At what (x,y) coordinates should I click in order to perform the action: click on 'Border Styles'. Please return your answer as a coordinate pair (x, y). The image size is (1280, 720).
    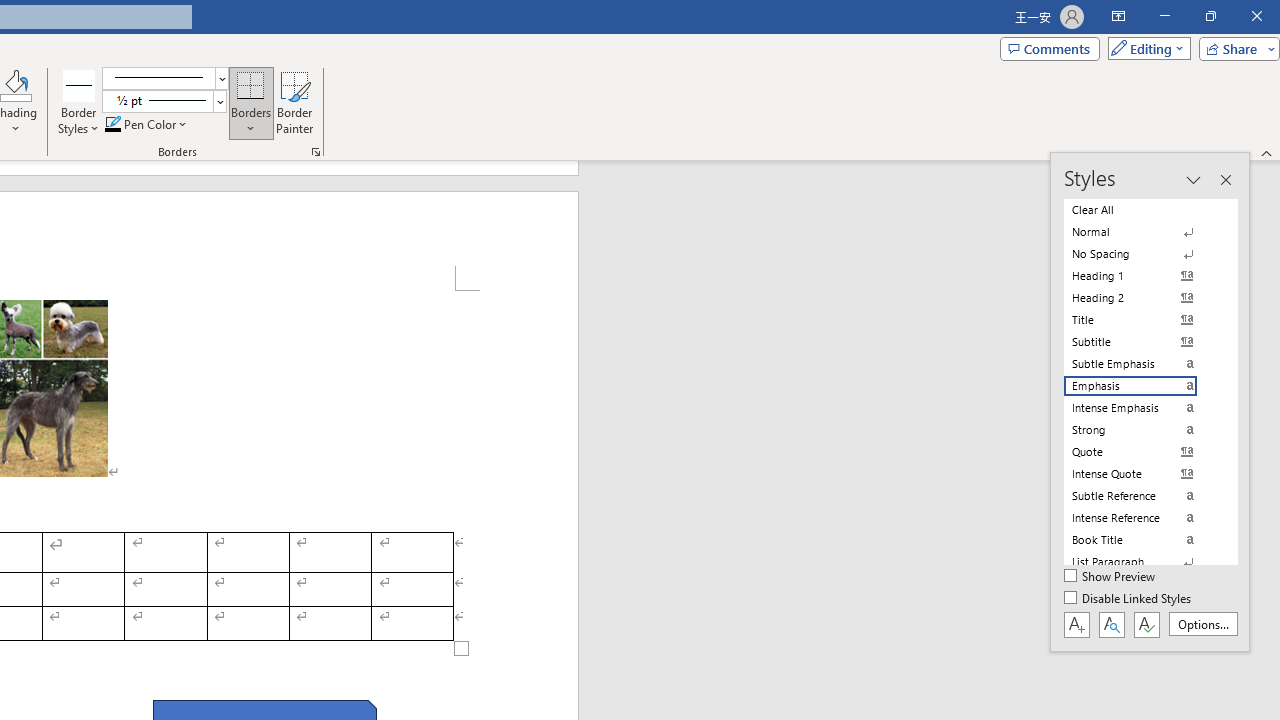
    Looking at the image, I should click on (79, 84).